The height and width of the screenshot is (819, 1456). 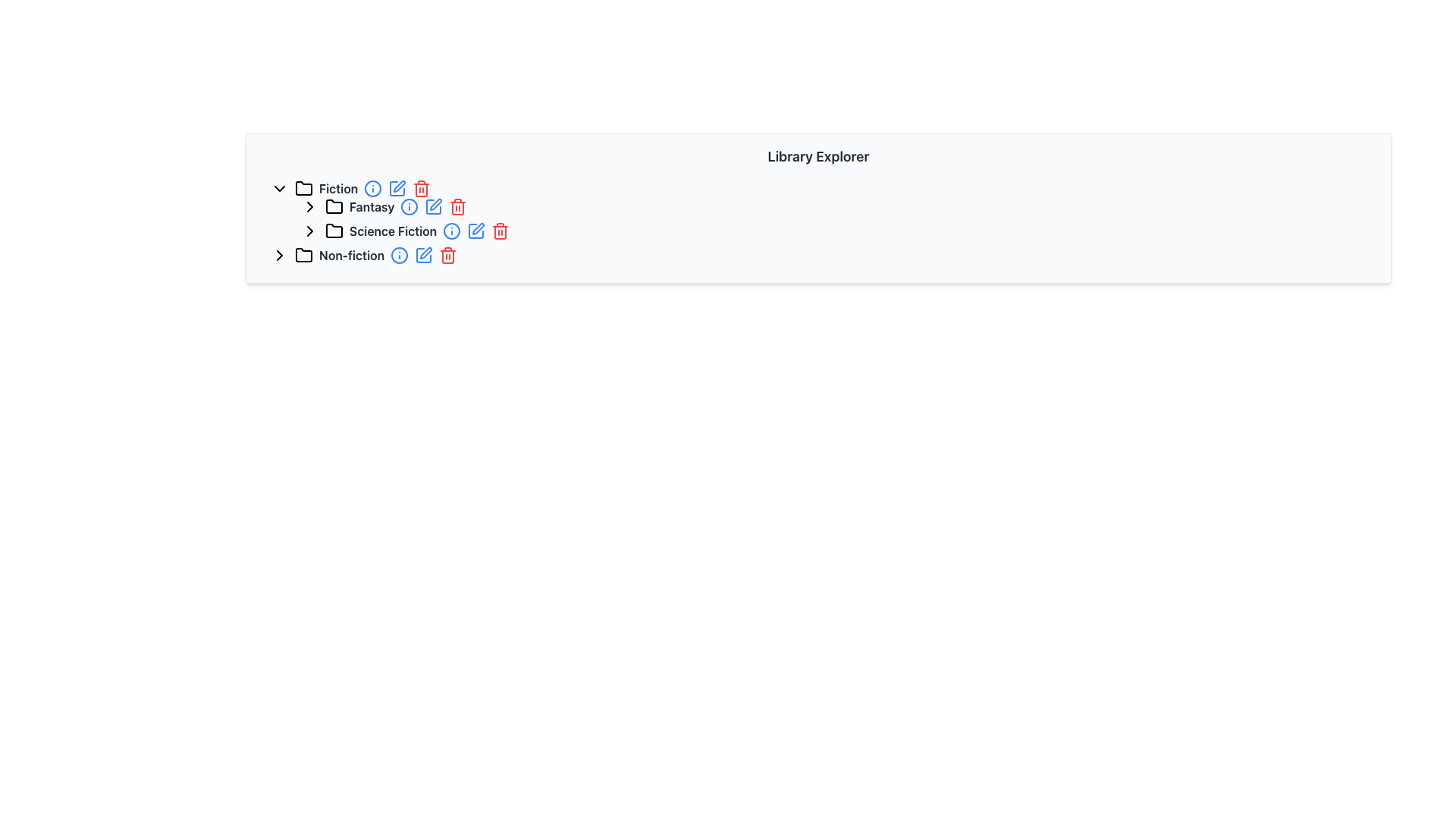 What do you see at coordinates (309, 231) in the screenshot?
I see `the Interactive Chevron Icon located to the left of the 'Fantasy' folder label` at bounding box center [309, 231].